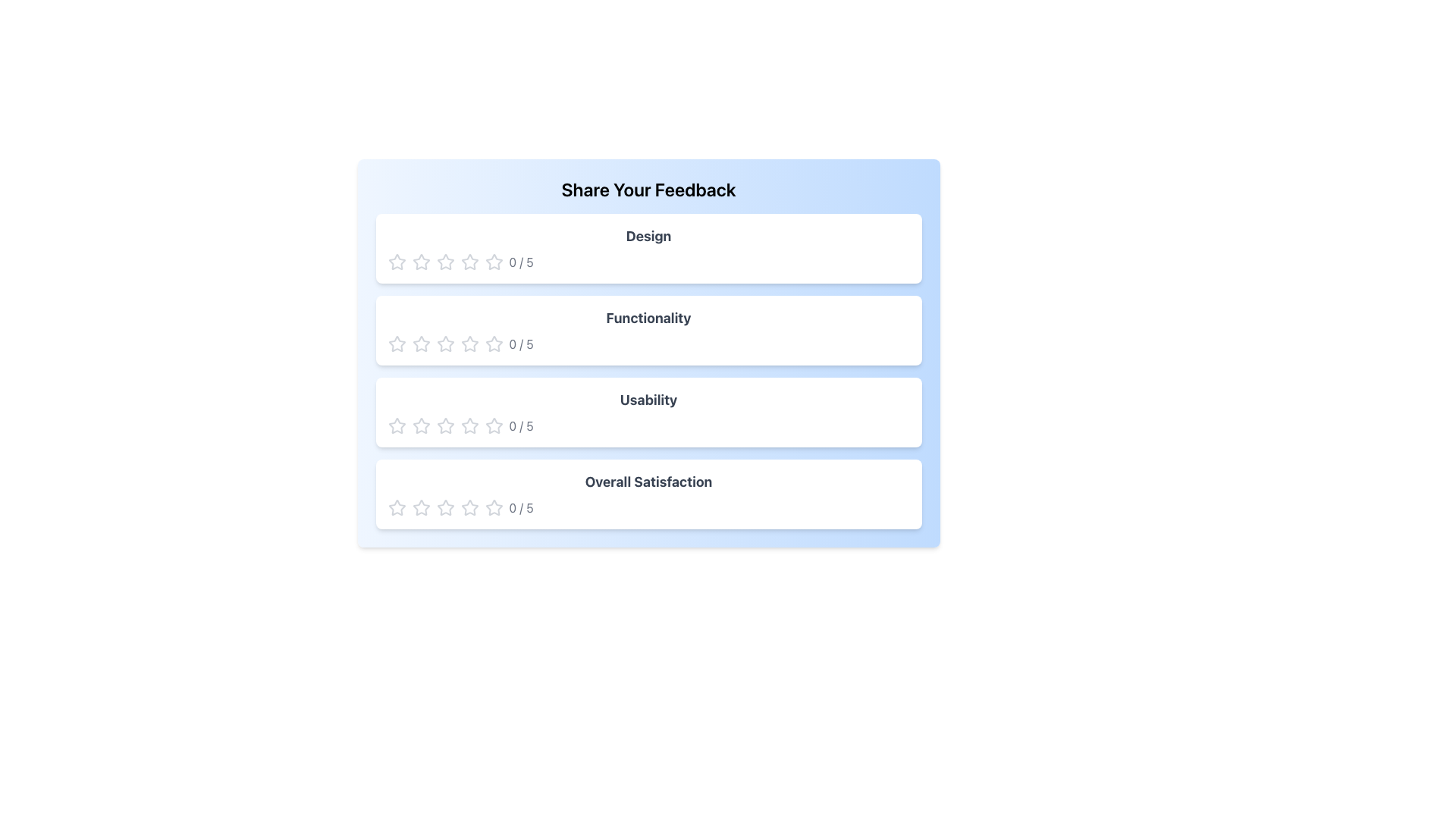 This screenshot has width=1456, height=819. I want to click on the third star in the set of five-star icons to rate the Usability aspect, so click(469, 425).